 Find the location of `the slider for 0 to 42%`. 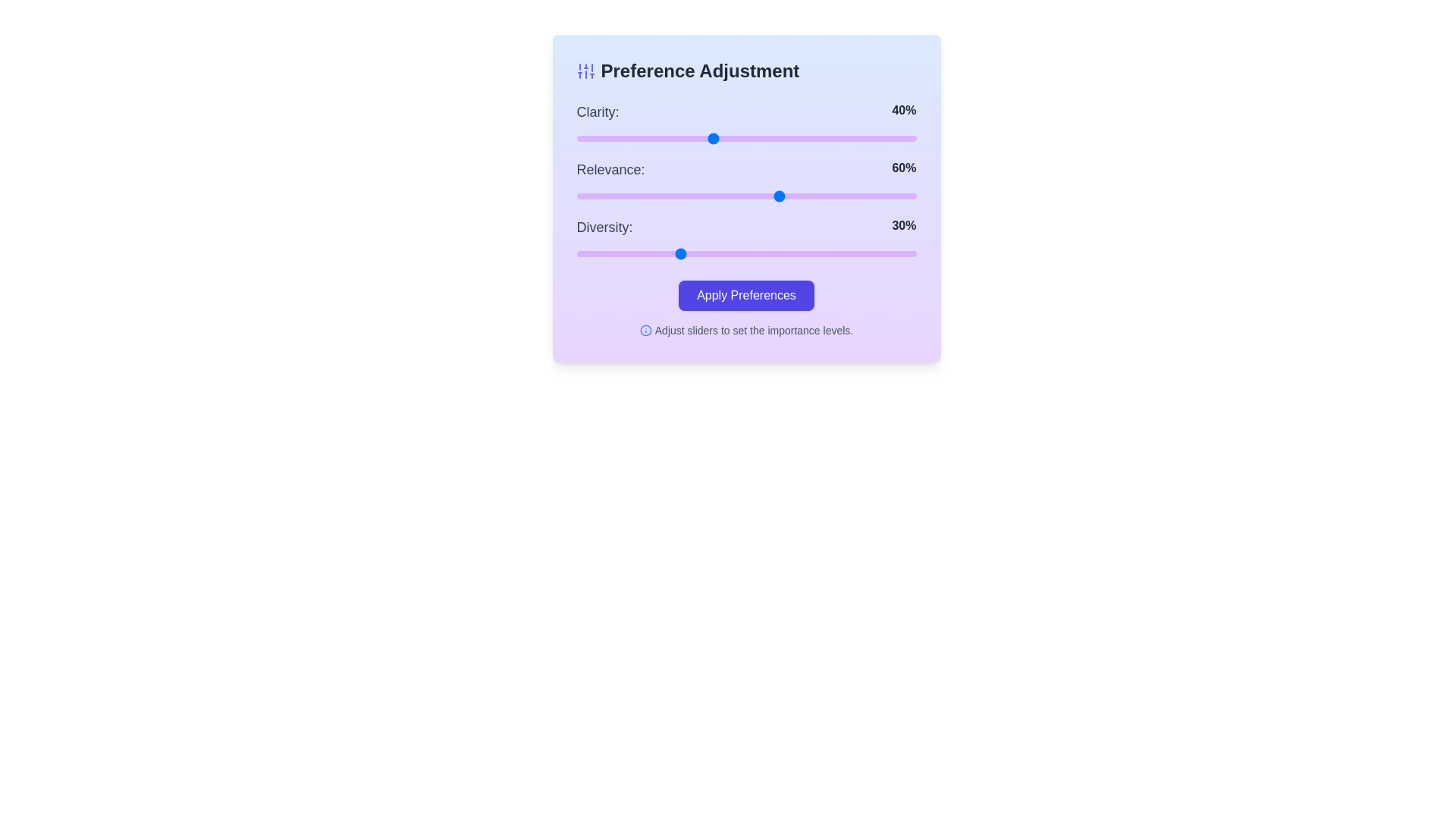

the slider for 0 to 42% is located at coordinates (718, 138).